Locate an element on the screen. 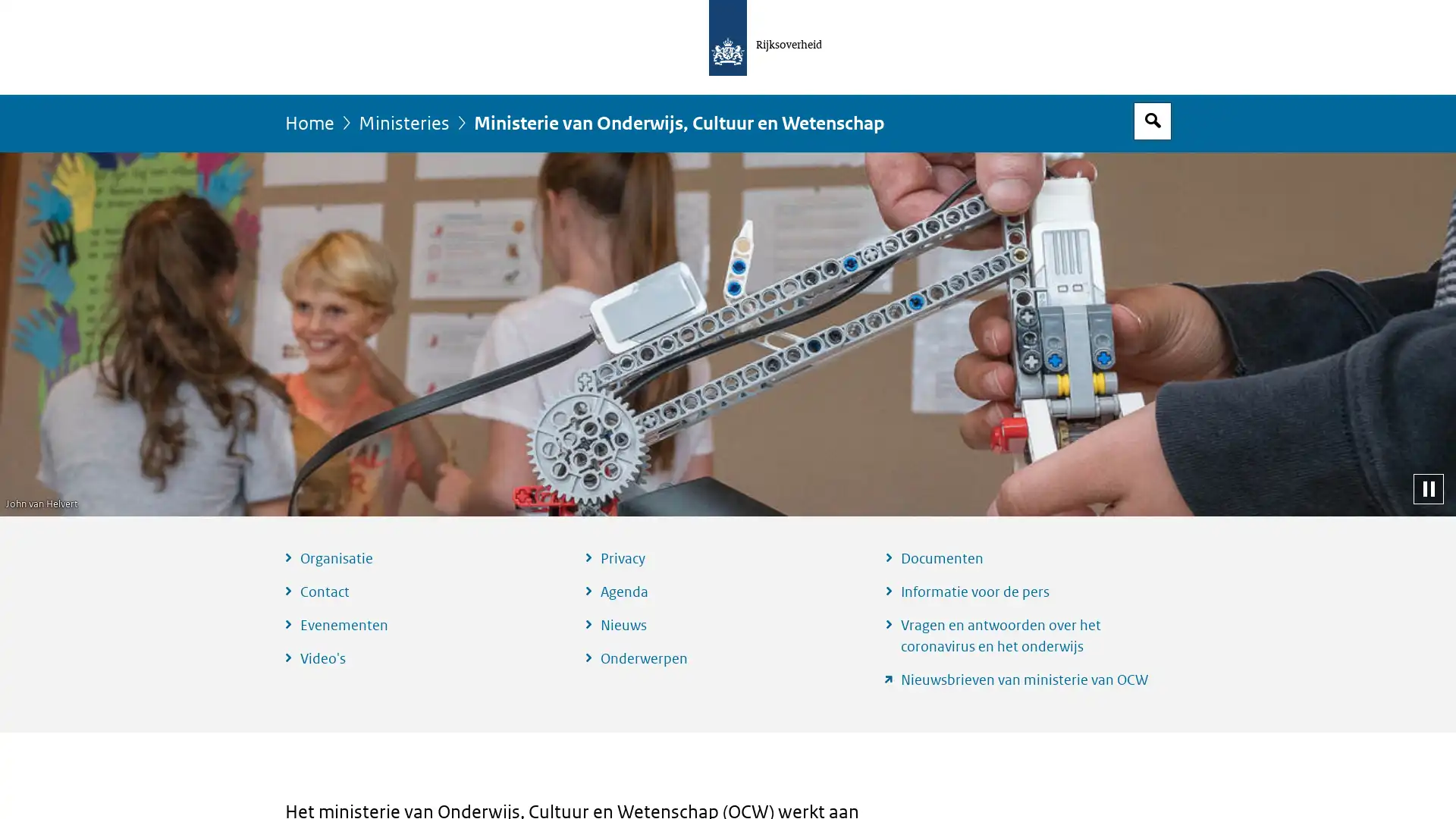 The image size is (1456, 819). Pauzeer diashow is located at coordinates (1427, 488).